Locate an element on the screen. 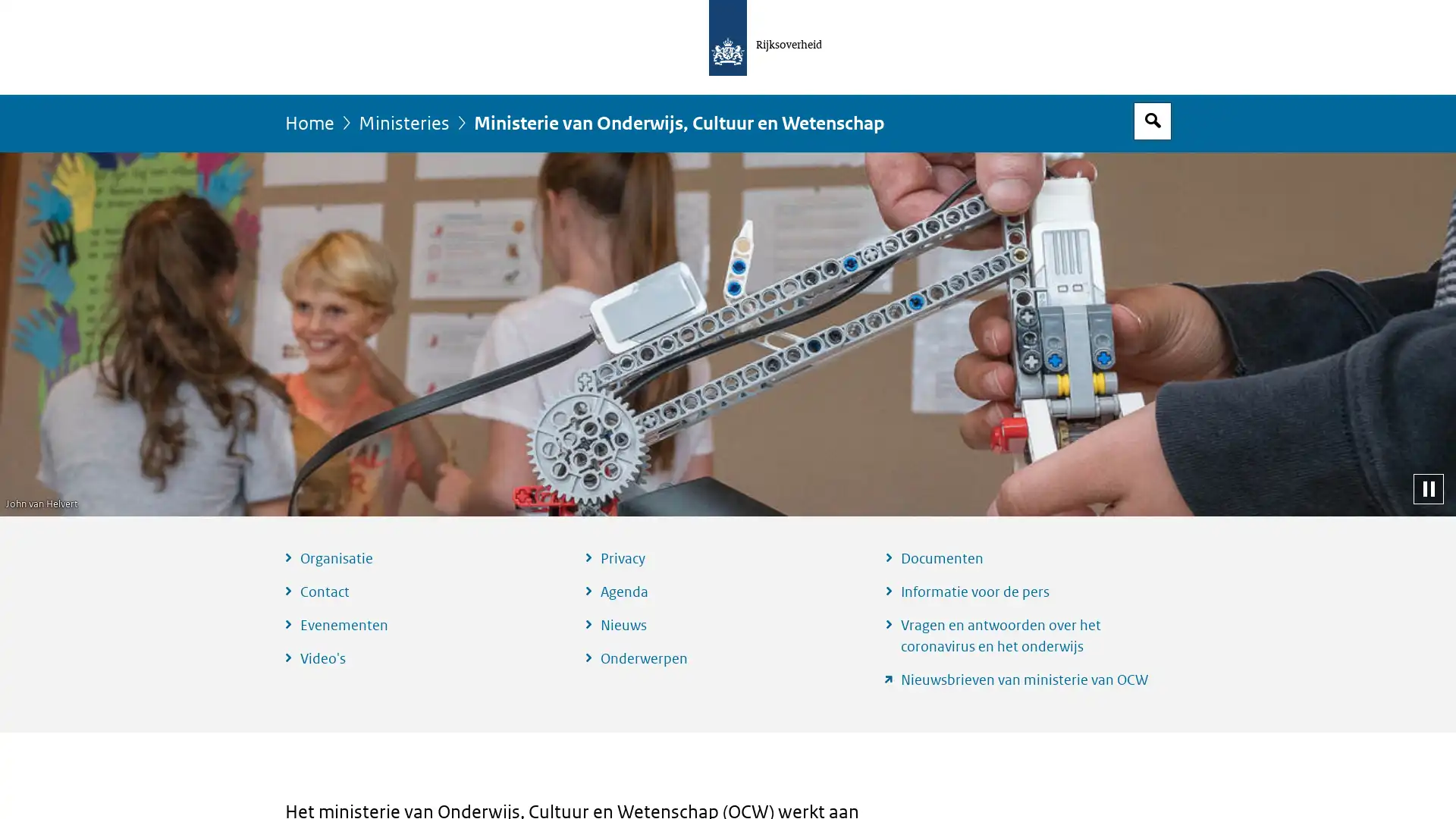 The image size is (1456, 819). Pauzeer diashow is located at coordinates (1427, 488).